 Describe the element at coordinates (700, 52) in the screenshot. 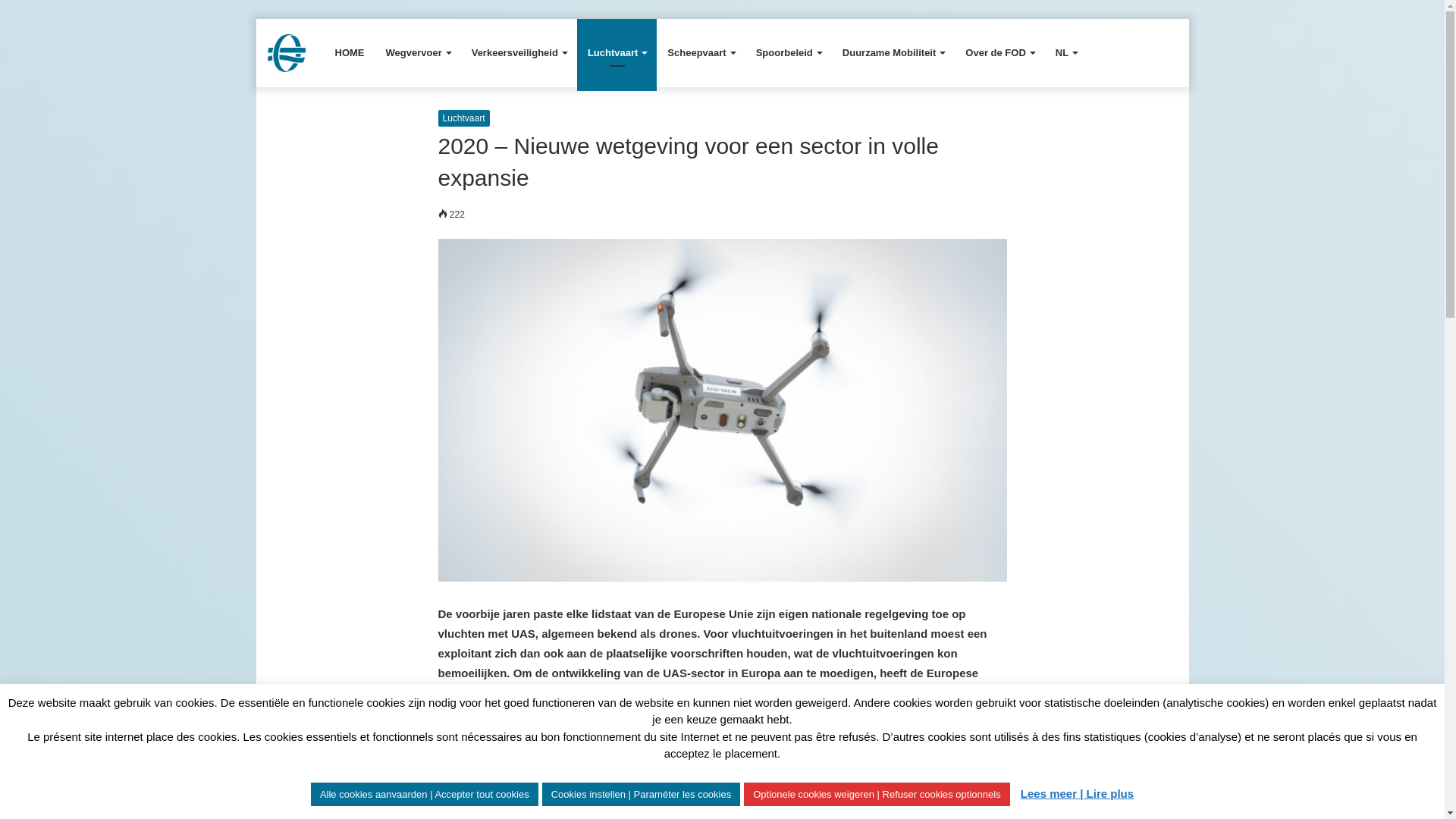

I see `'Scheepvaart'` at that location.